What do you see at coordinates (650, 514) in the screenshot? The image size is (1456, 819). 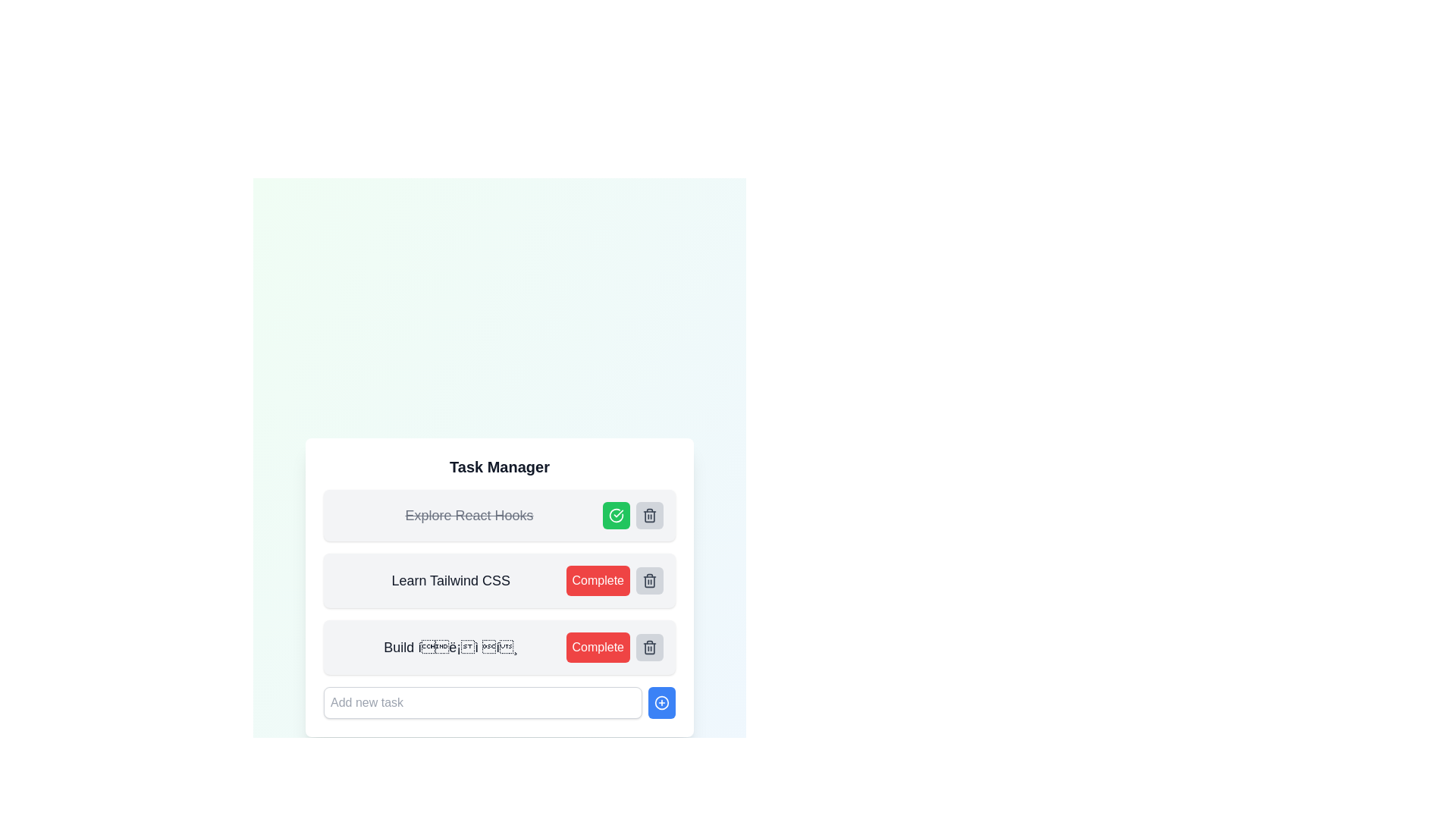 I see `delete button for the task with text 'Explore React Hooks'` at bounding box center [650, 514].